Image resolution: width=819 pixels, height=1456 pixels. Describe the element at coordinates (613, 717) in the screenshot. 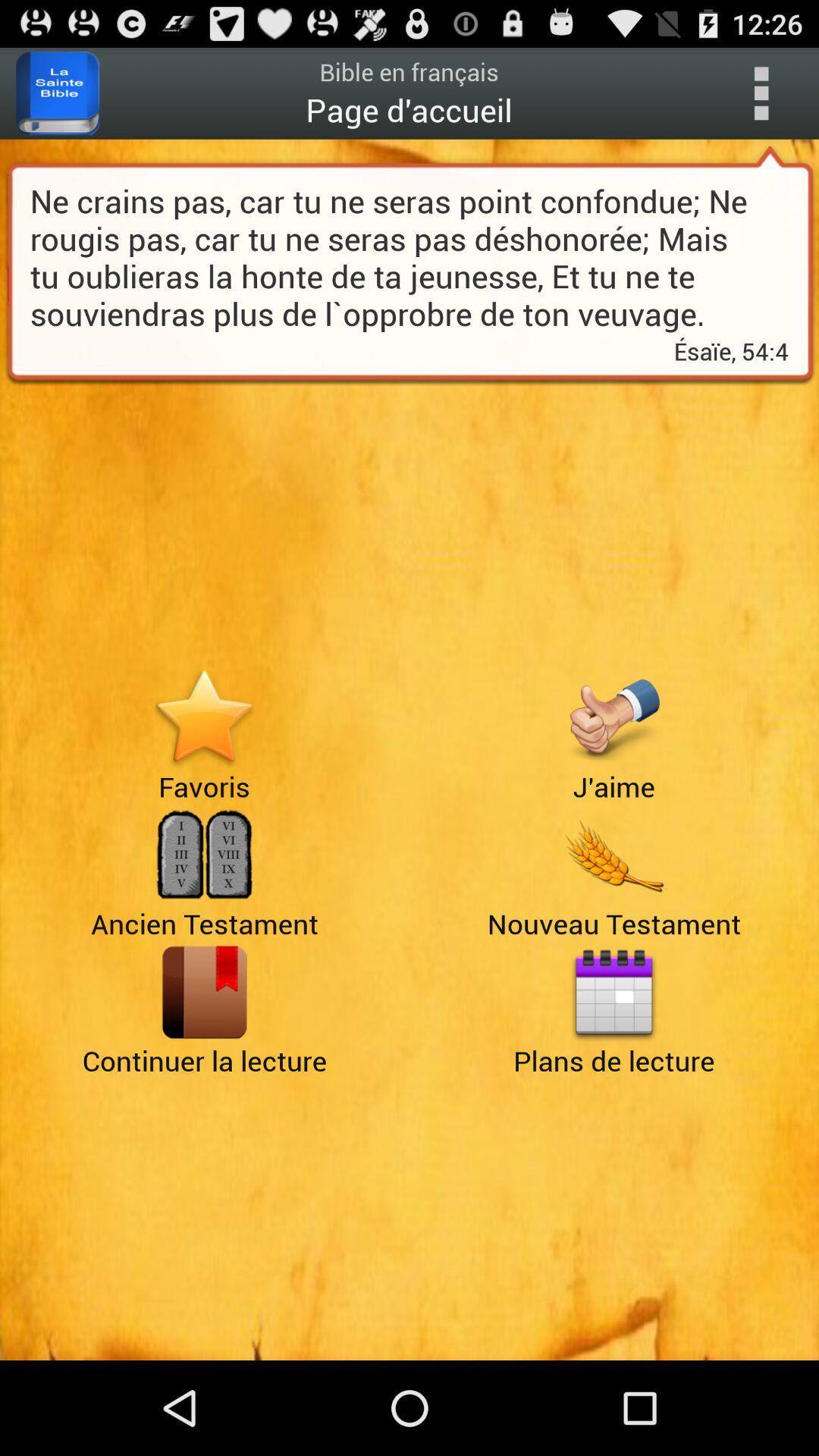

I see `give a thumbs up or like` at that location.